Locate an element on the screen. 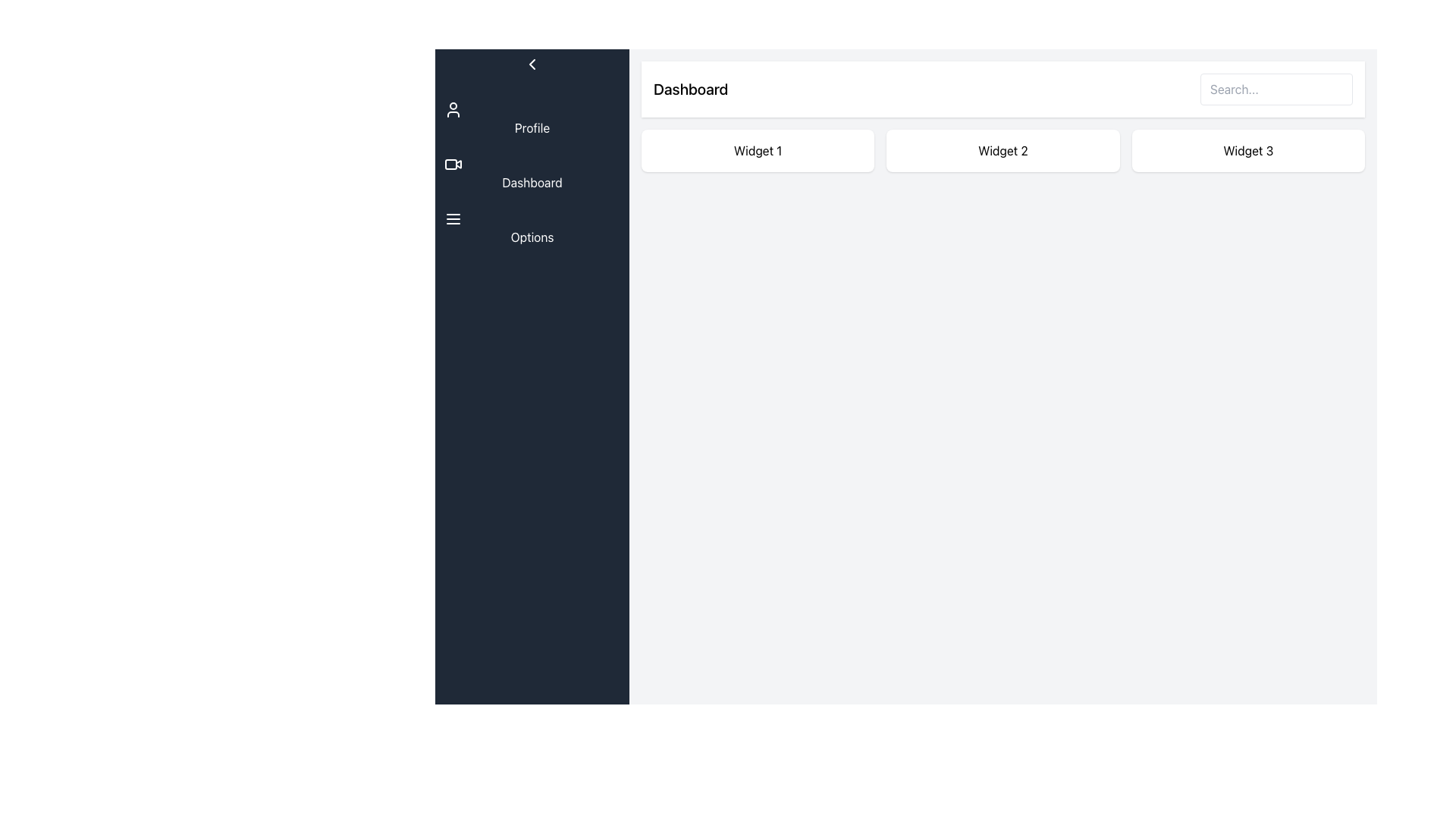 This screenshot has height=819, width=1456. the Hamburger menu icon located within the 'Options' button on the vertical menu bar, positioned to the left of the 'Options' text is located at coordinates (453, 219).